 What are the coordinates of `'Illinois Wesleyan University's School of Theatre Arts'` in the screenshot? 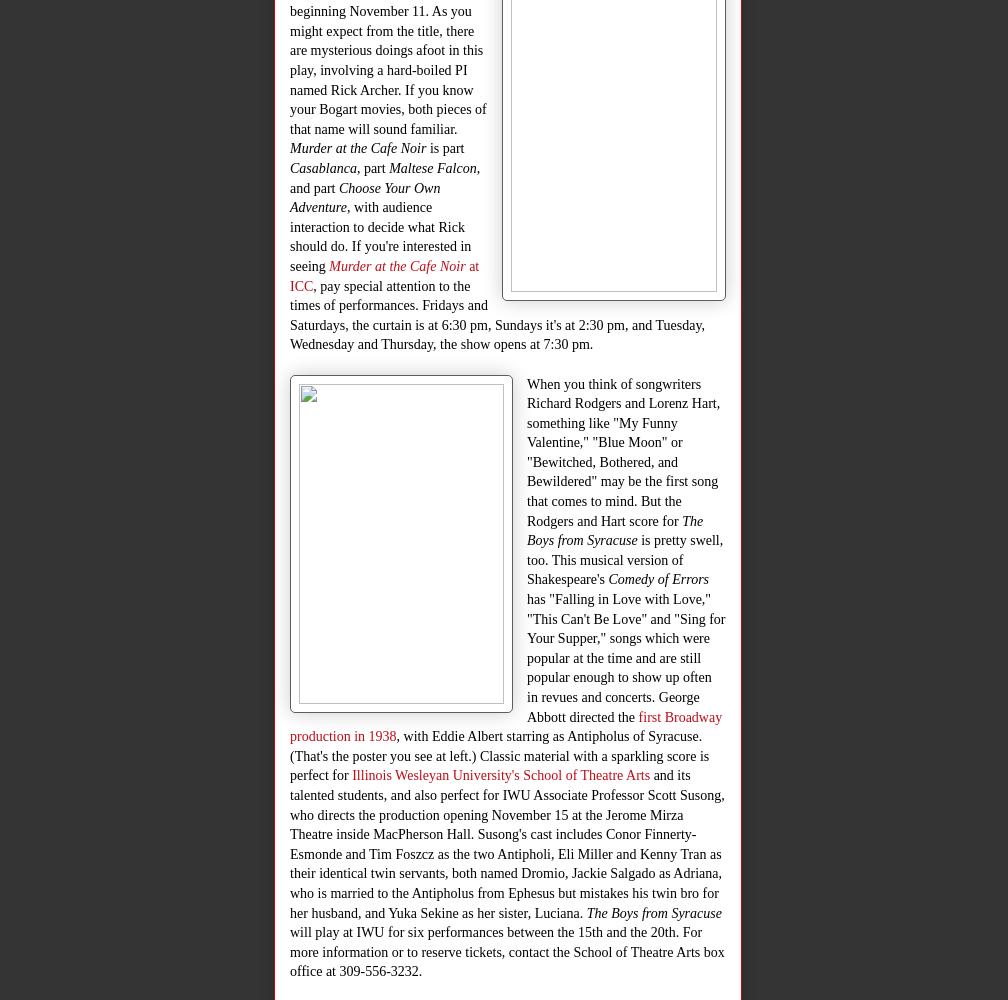 It's located at (500, 775).